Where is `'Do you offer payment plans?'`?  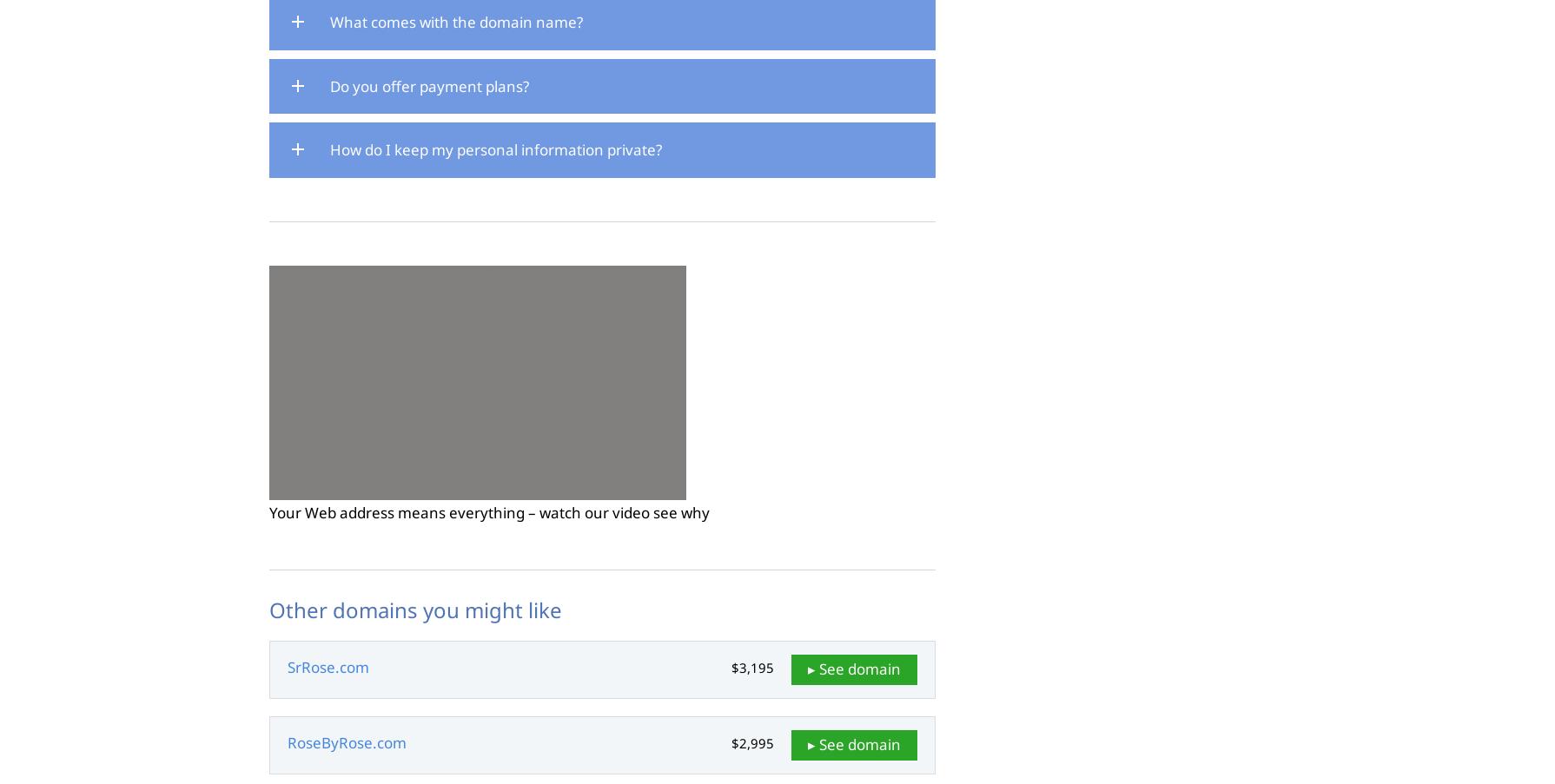
'Do you offer payment plans?' is located at coordinates (428, 85).